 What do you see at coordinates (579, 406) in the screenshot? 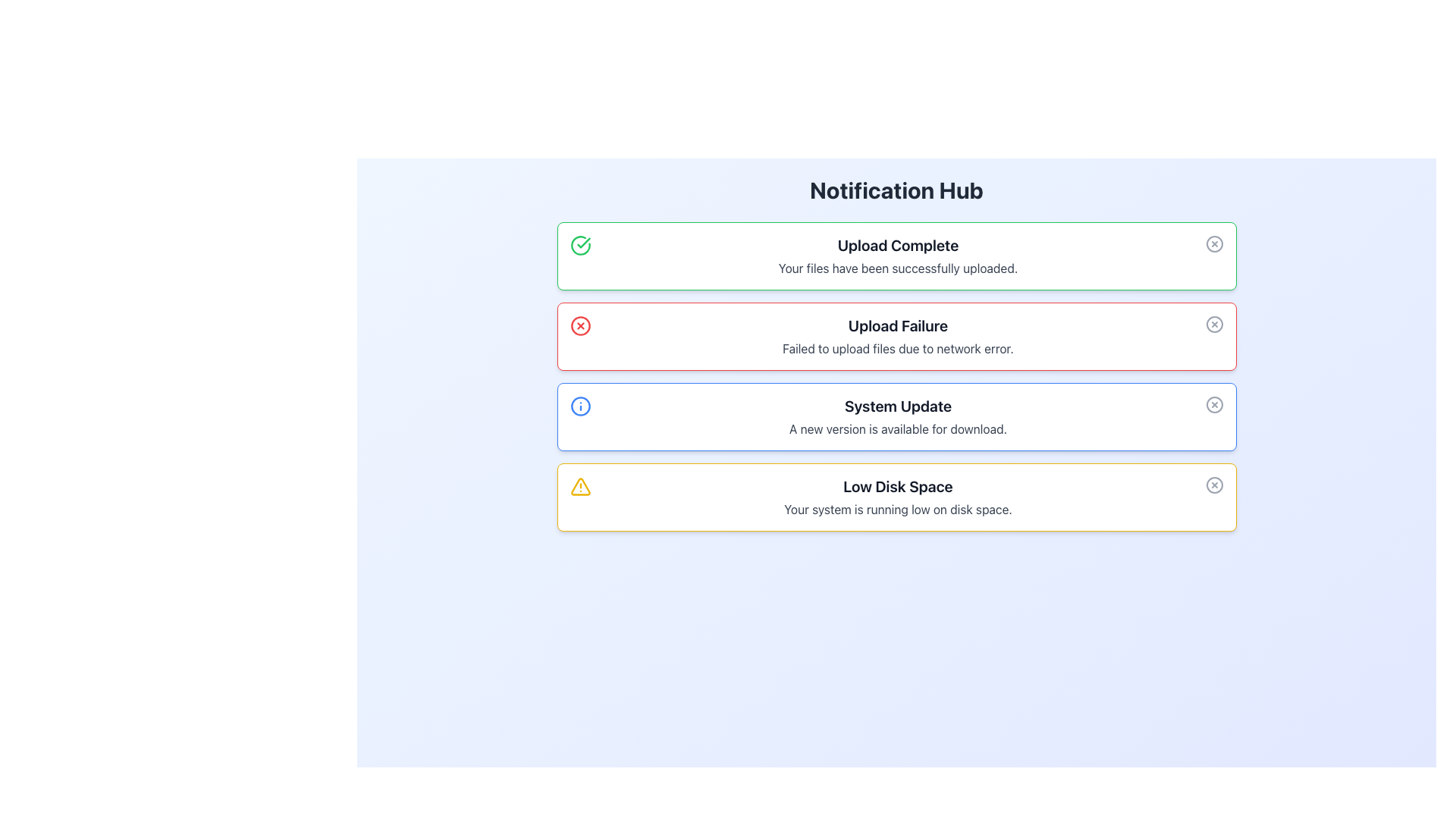
I see `the information icon located at the top-left corner of the 'System Update' notification card to interact with the notification feature` at bounding box center [579, 406].